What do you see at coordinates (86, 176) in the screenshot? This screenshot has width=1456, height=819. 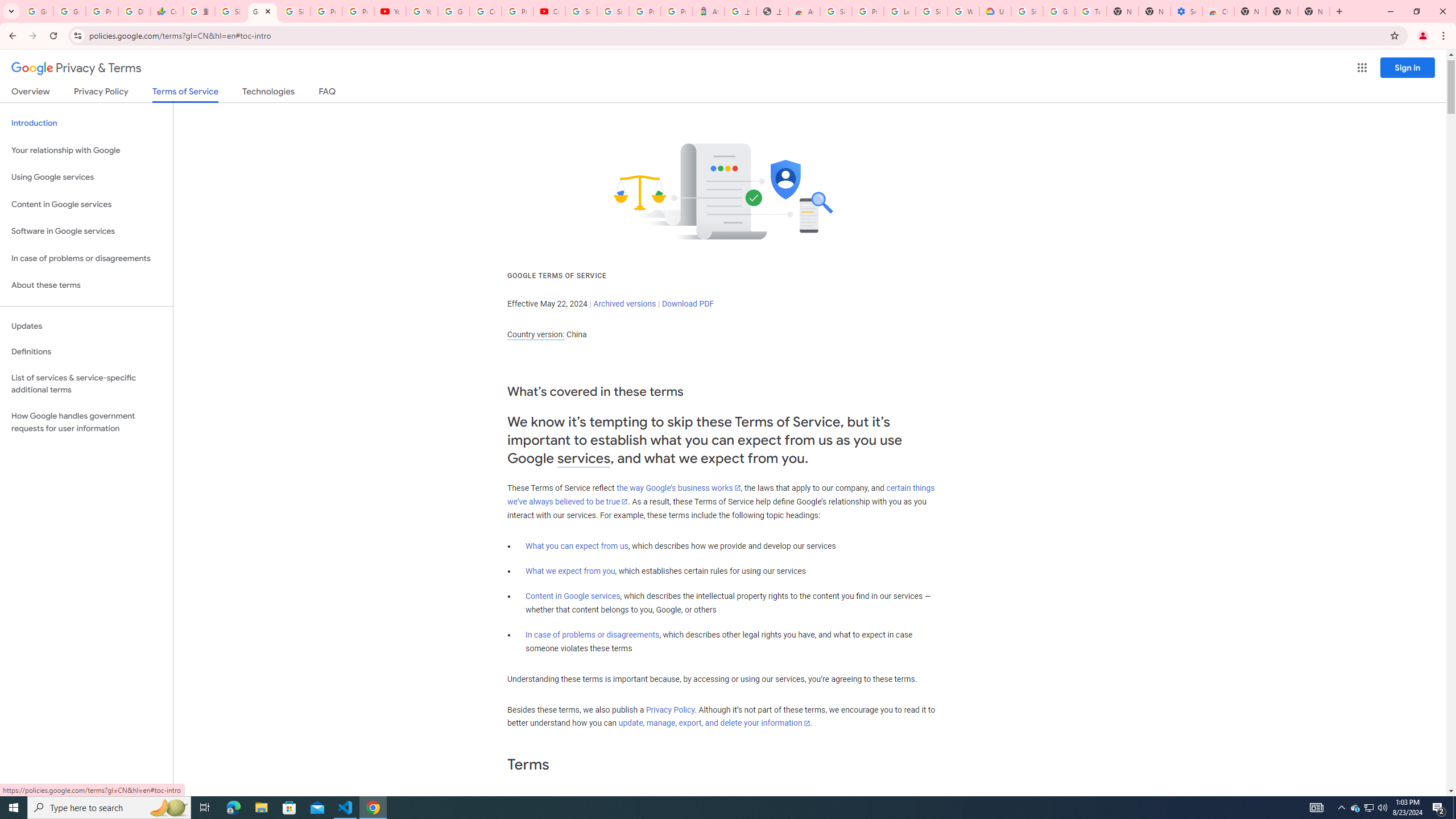 I see `'Using Google services'` at bounding box center [86, 176].